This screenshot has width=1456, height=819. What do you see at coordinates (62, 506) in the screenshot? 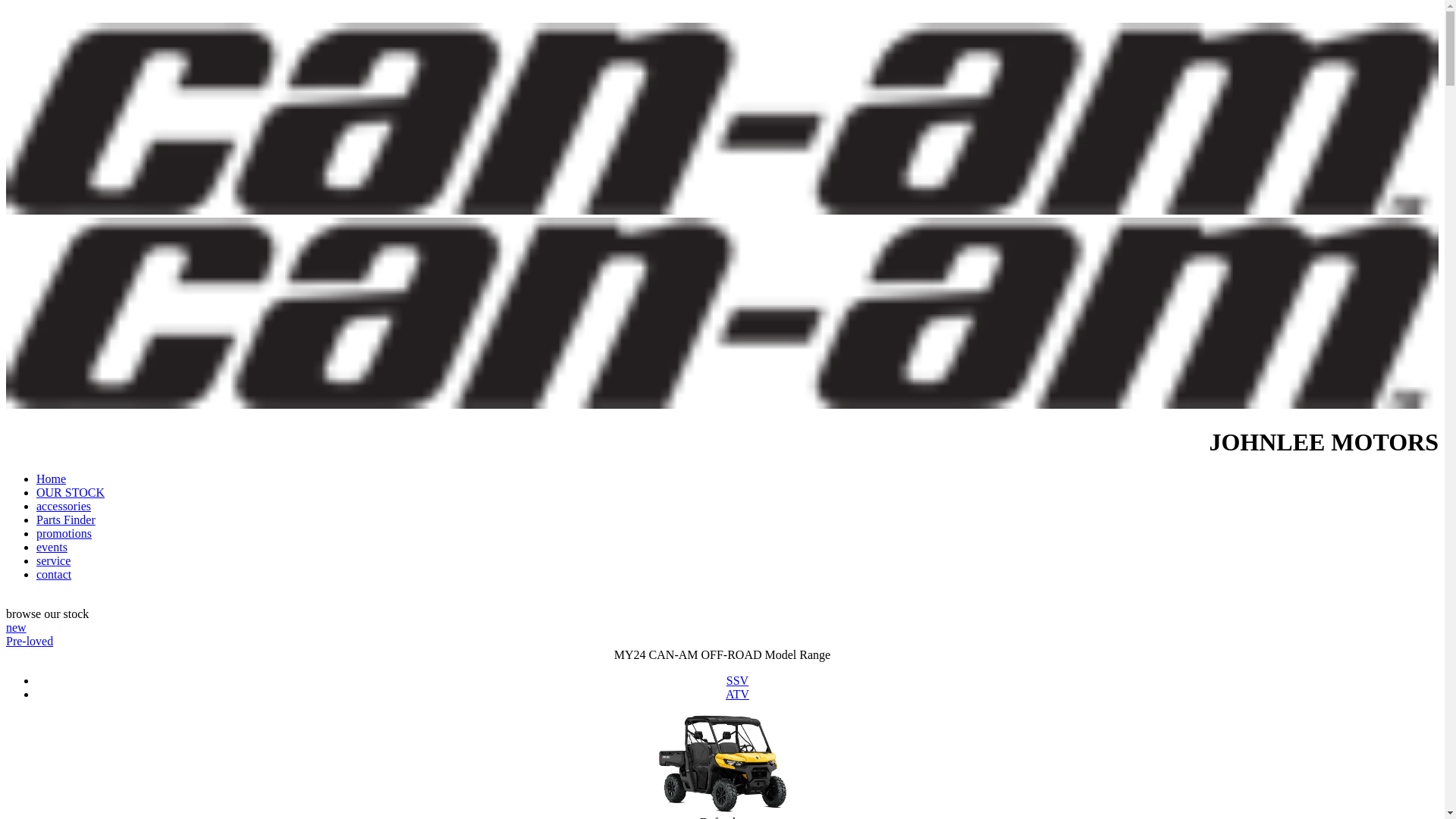
I see `'accessories'` at bounding box center [62, 506].